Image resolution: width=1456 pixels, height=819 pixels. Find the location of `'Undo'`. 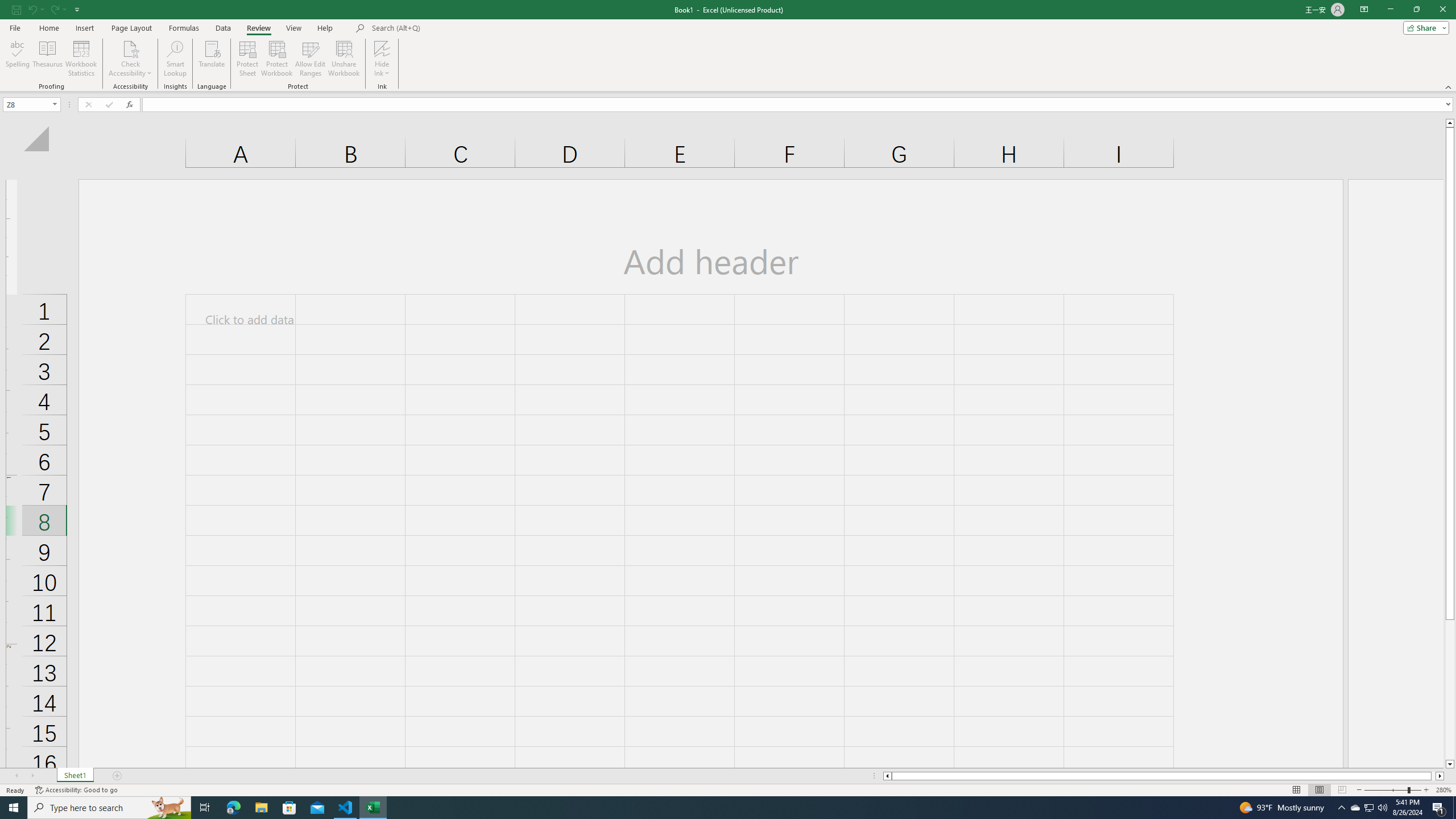

'Undo' is located at coordinates (32, 9).